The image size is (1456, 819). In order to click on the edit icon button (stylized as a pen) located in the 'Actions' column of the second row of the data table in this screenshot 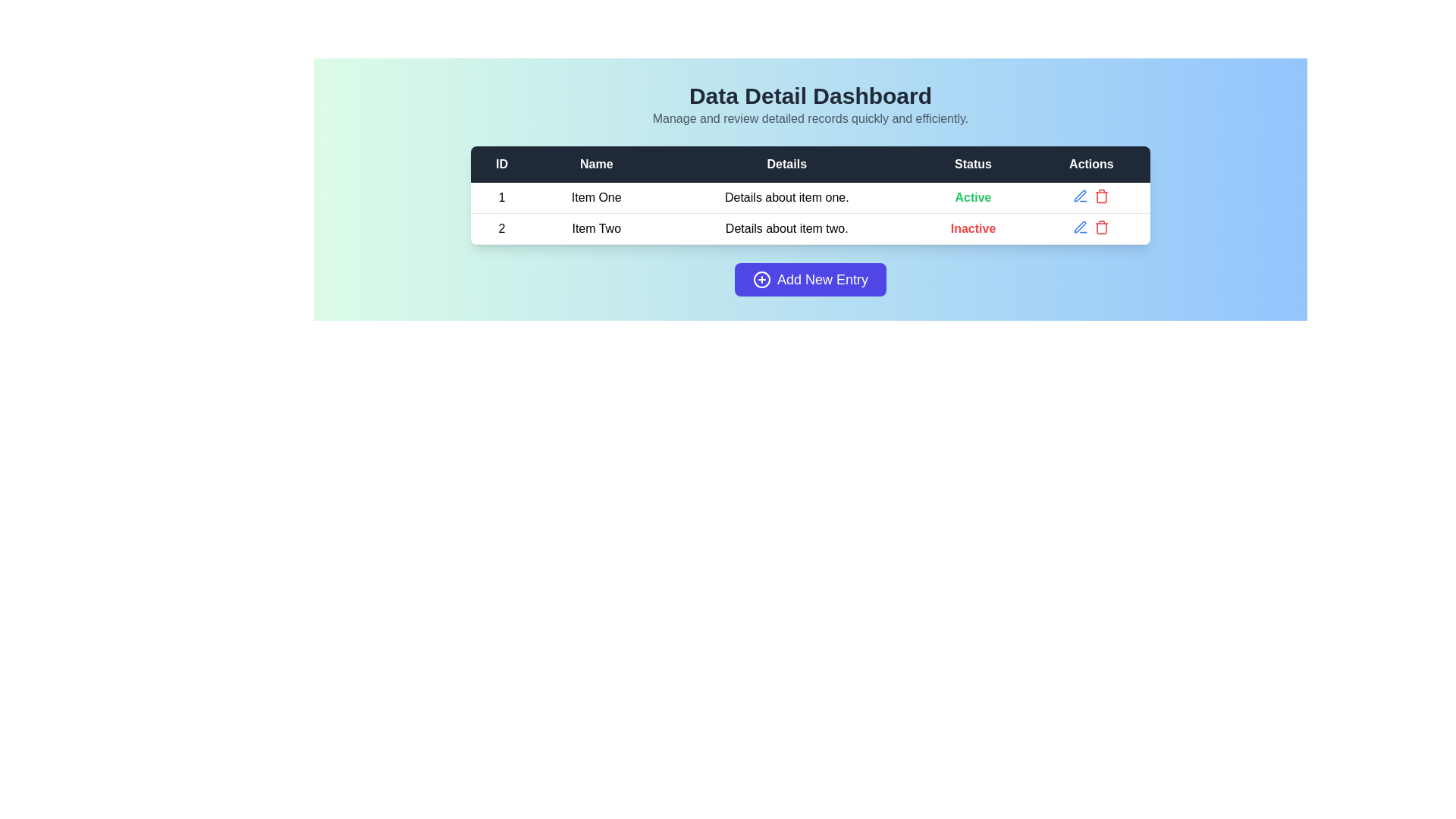, I will do `click(1080, 195)`.